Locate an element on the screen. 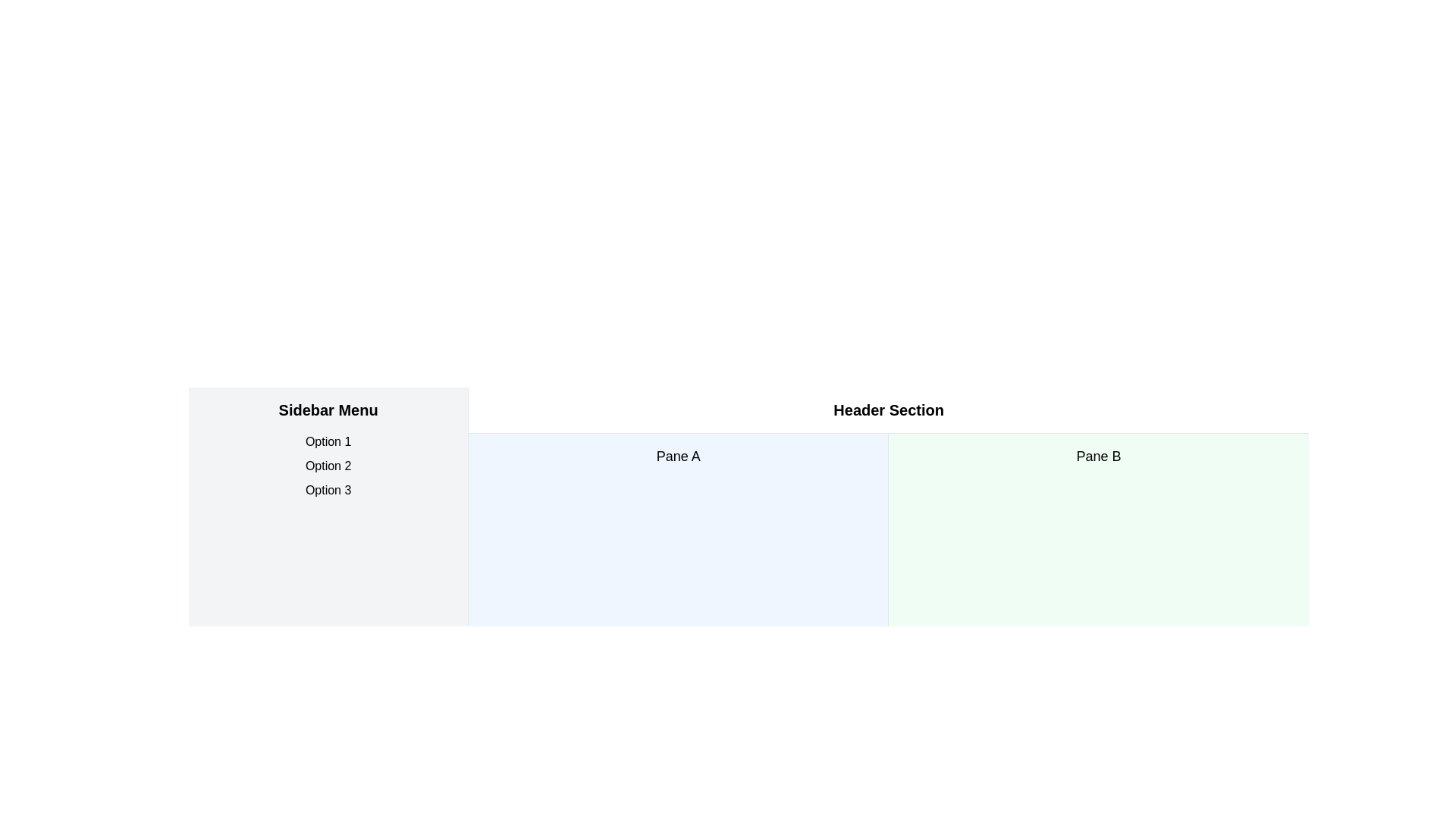 The image size is (1456, 819). the 'Sidebar Menu' label, which is a bold, extra-large font text displayed prominently at the top of the sidebar section is located at coordinates (328, 409).